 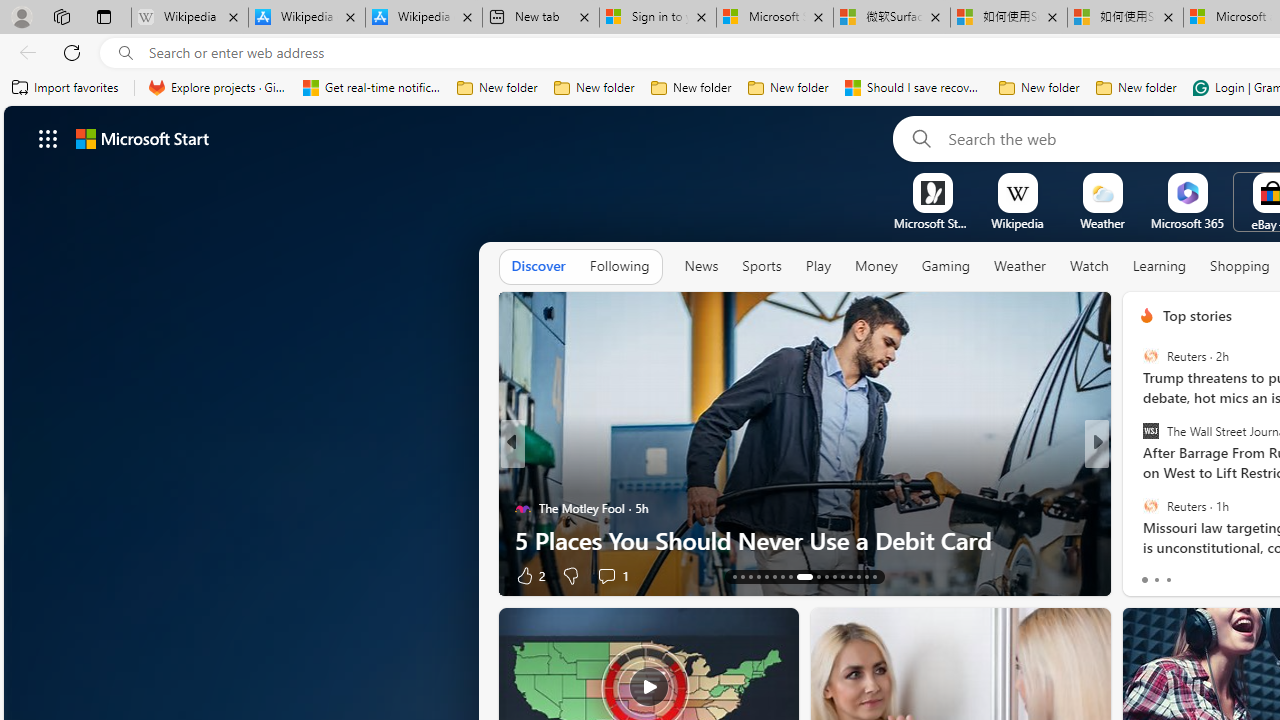 What do you see at coordinates (781, 577) in the screenshot?
I see `'AutomationID: tab-19'` at bounding box center [781, 577].